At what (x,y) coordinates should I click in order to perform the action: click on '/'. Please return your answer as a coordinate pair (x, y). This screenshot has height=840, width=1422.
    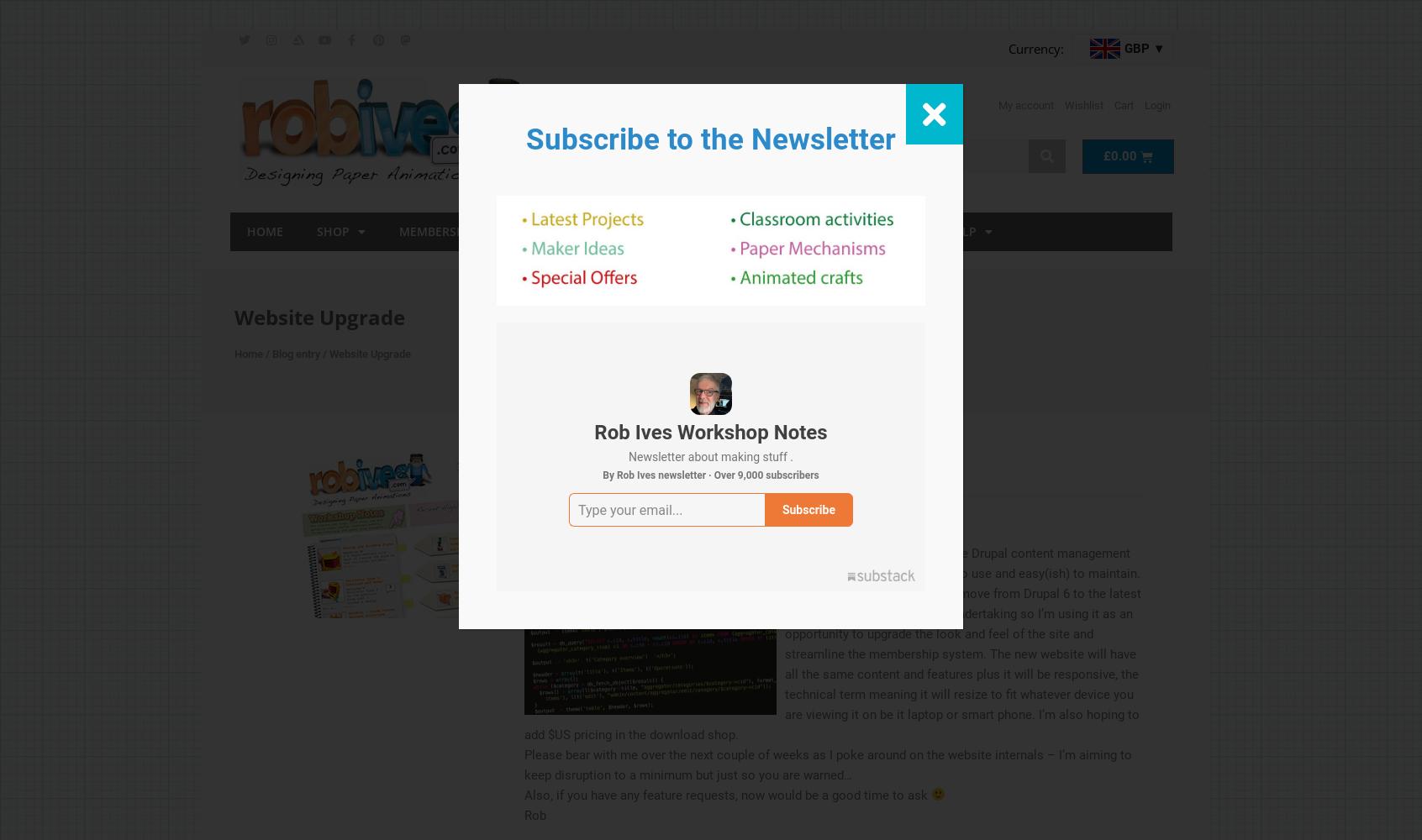
    Looking at the image, I should click on (266, 353).